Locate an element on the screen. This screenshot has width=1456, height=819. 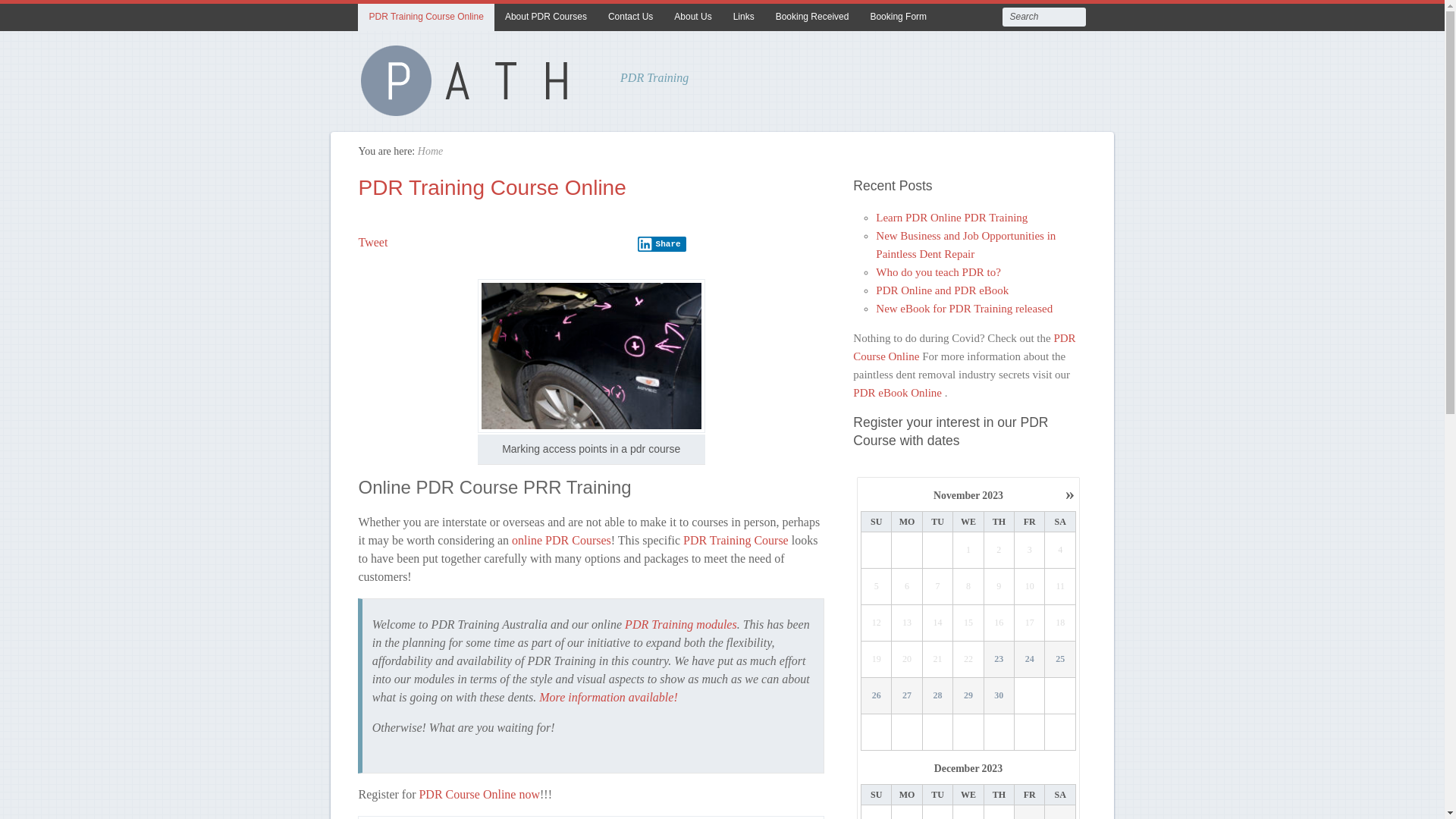
'Booking Form' is located at coordinates (898, 17).